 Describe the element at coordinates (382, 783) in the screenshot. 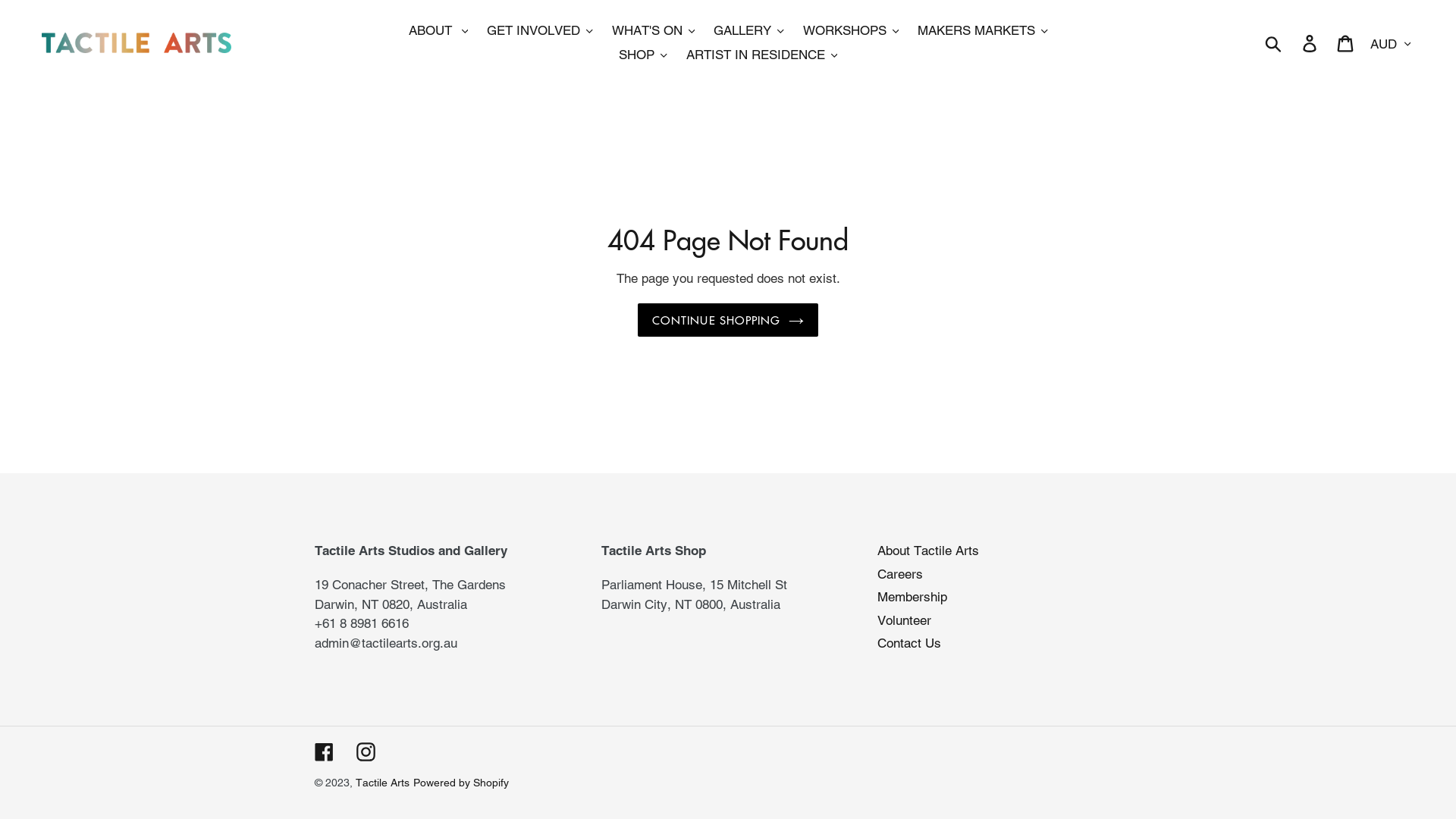

I see `'Tactile Arts'` at that location.